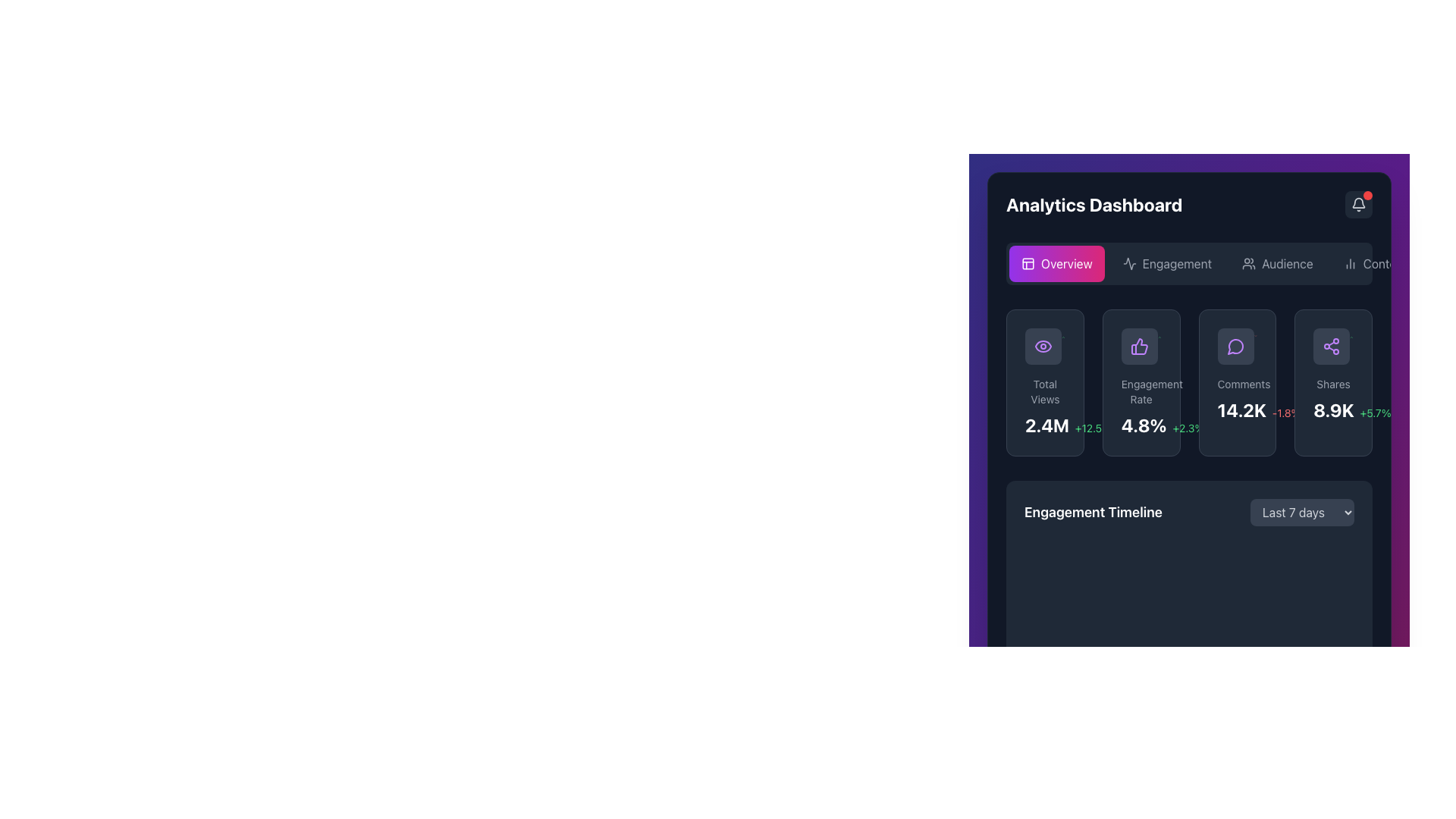 Image resolution: width=1456 pixels, height=819 pixels. I want to click on the graphical icon component representing a message bubble in the comments section of the dashboard, so click(1235, 347).